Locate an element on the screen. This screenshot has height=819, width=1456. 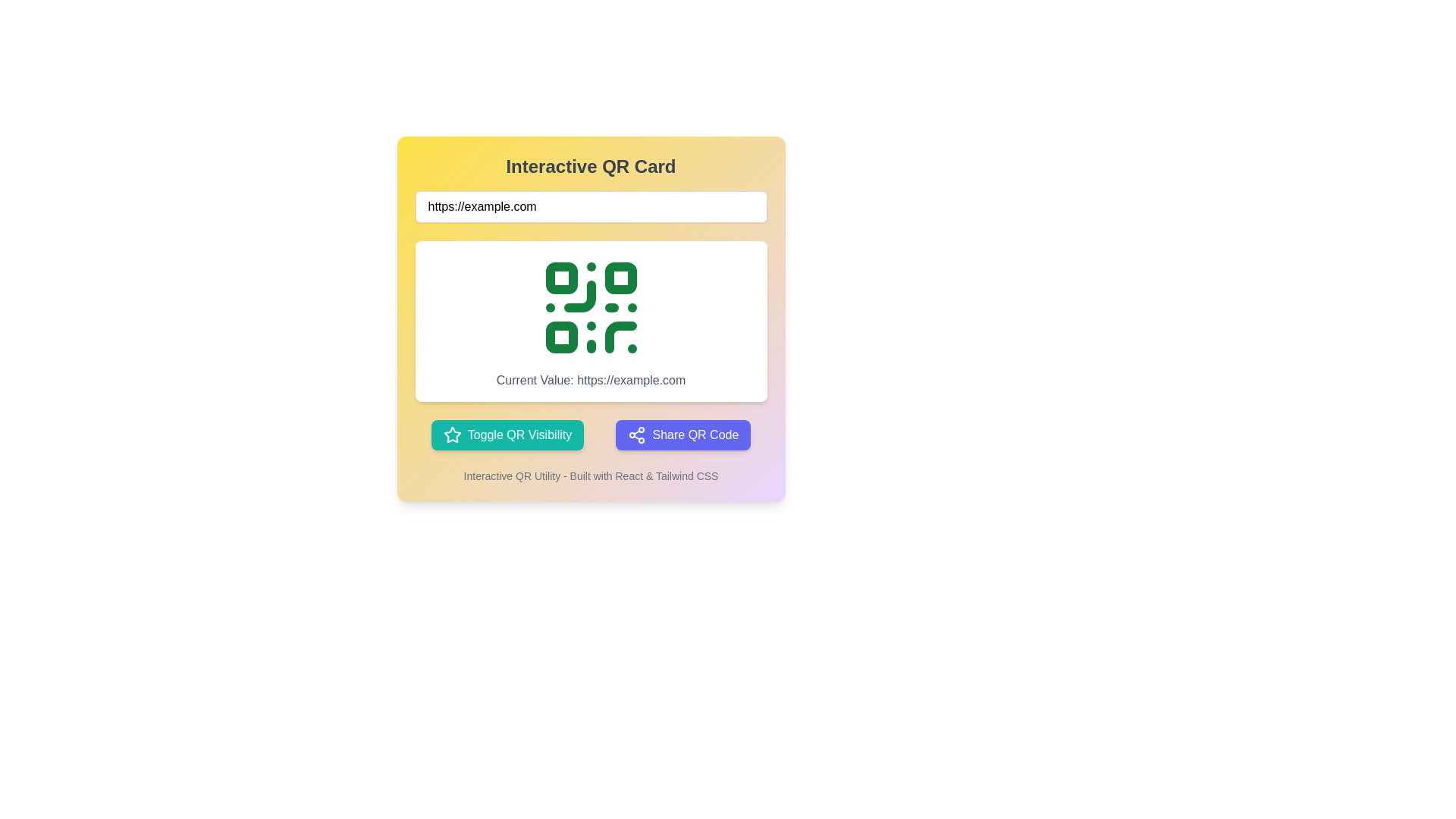
the small green square with rounded corners located in the top row of the QR code grid, which is the second square from the left is located at coordinates (620, 278).